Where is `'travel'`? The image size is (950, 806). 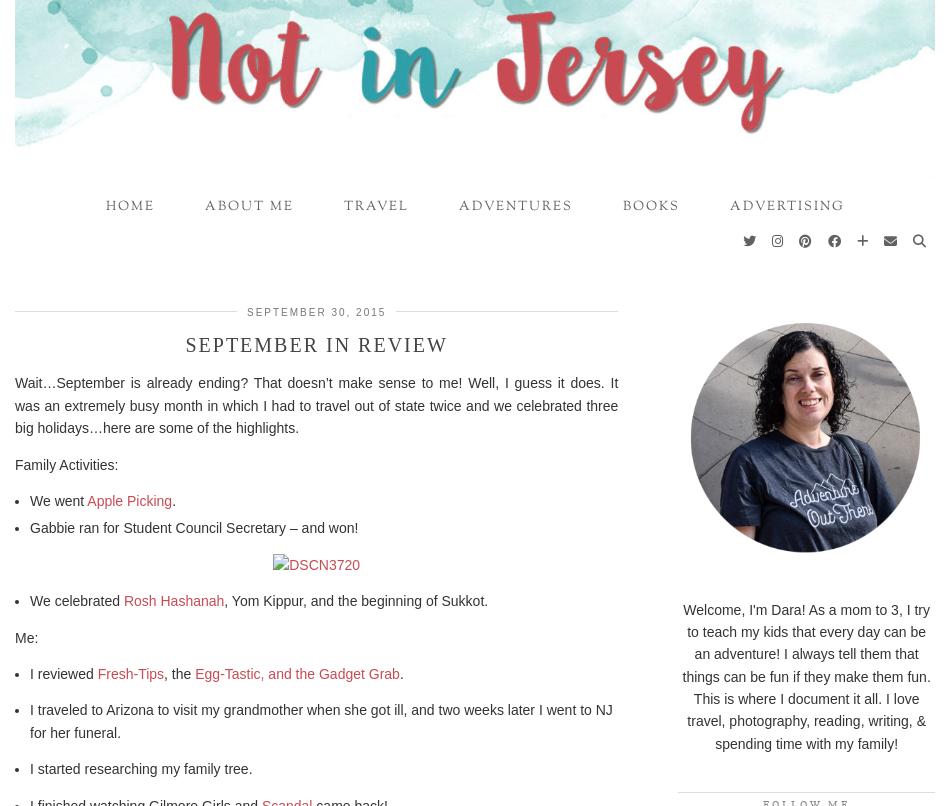
'travel' is located at coordinates (342, 205).